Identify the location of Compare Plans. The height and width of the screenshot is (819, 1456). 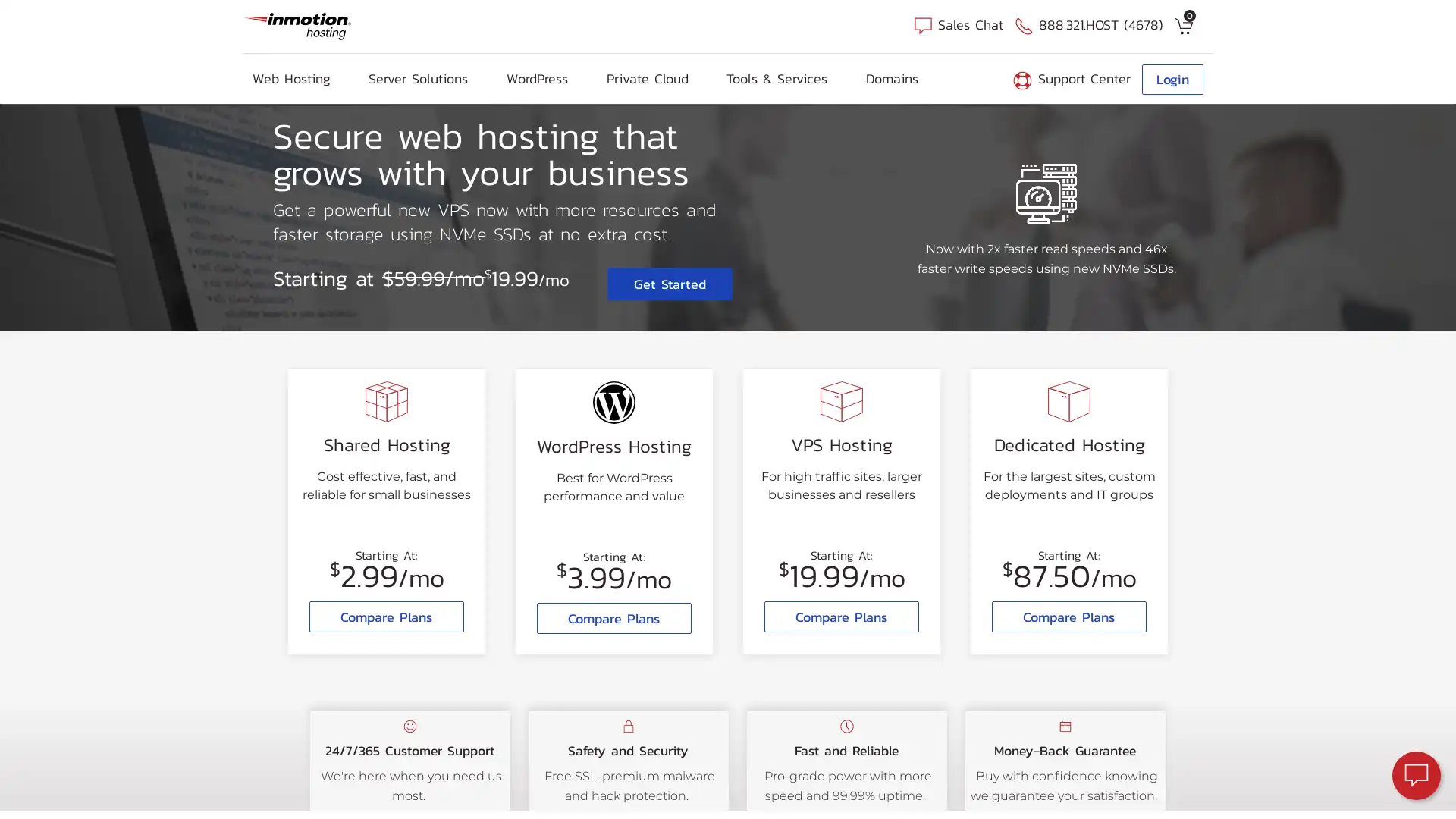
(613, 618).